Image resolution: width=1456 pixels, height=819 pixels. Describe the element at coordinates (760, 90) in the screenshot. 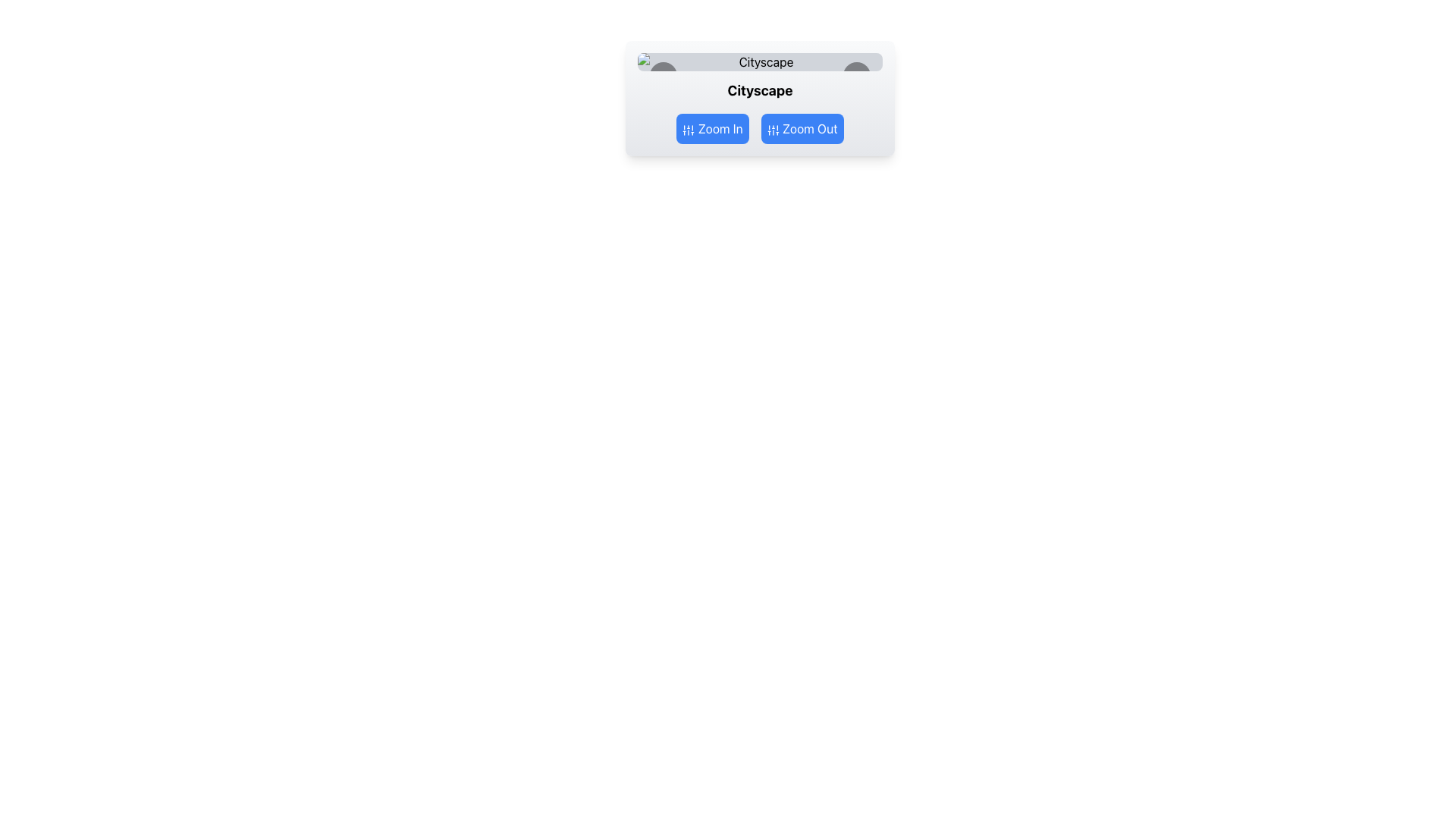

I see `the central text label indicating 'Cityscape', which is positioned between the 'Zoom In' and 'Zoom Out' buttons` at that location.